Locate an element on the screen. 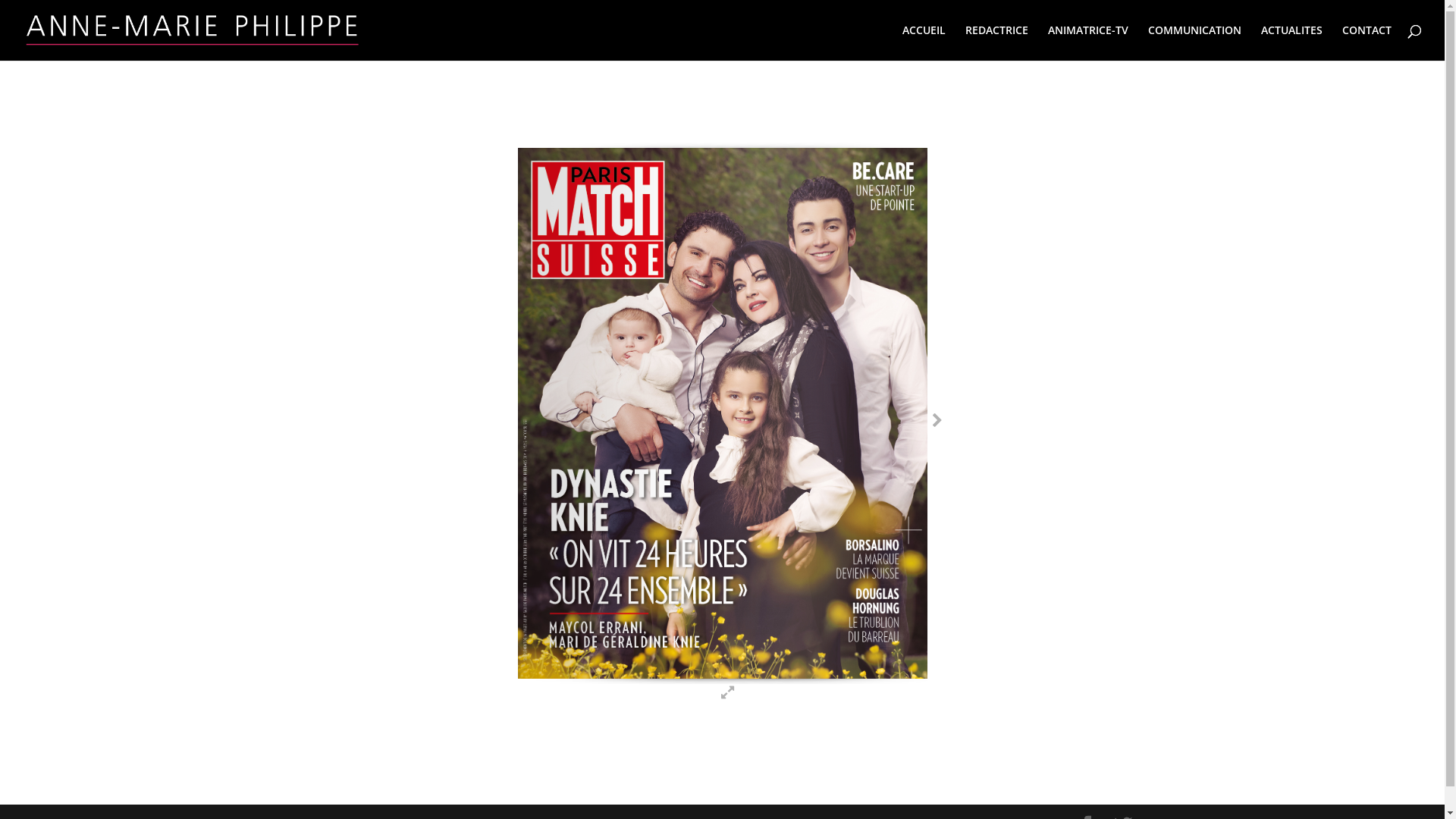 This screenshot has width=1456, height=819. 'ACTUALITES' is located at coordinates (1291, 42).